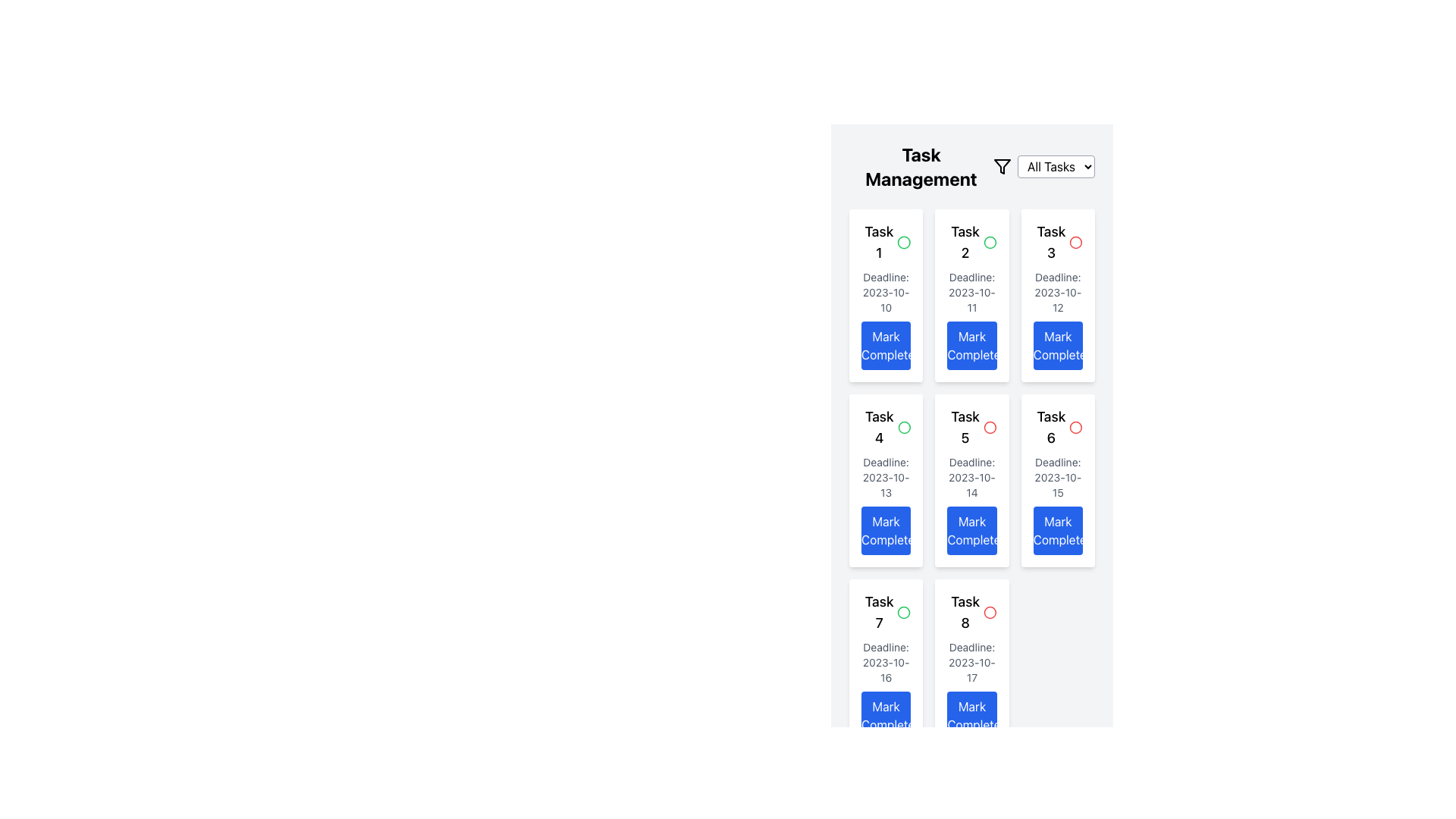 The height and width of the screenshot is (819, 1456). Describe the element at coordinates (1002, 166) in the screenshot. I see `the filtering icon located near the top-right of the layout` at that location.